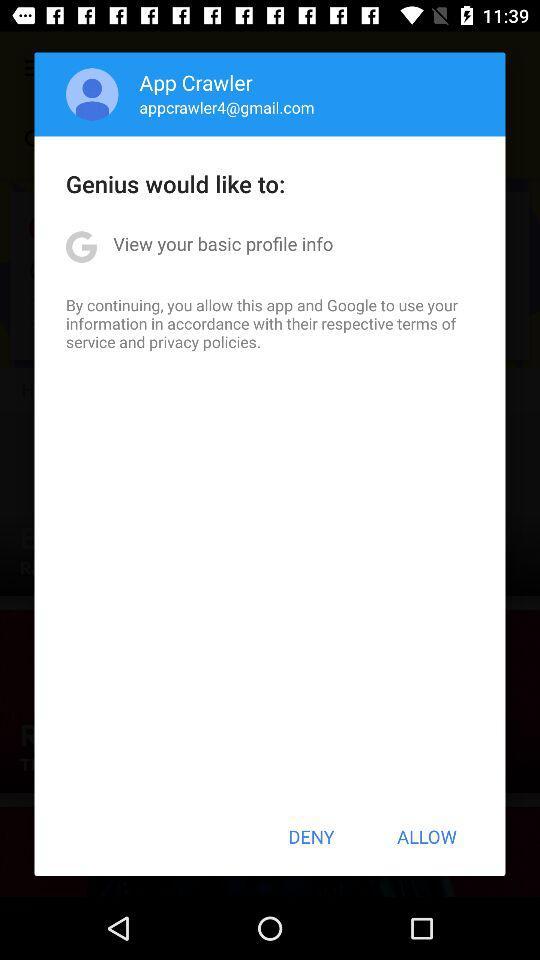 The height and width of the screenshot is (960, 540). Describe the element at coordinates (311, 836) in the screenshot. I see `deny icon` at that location.